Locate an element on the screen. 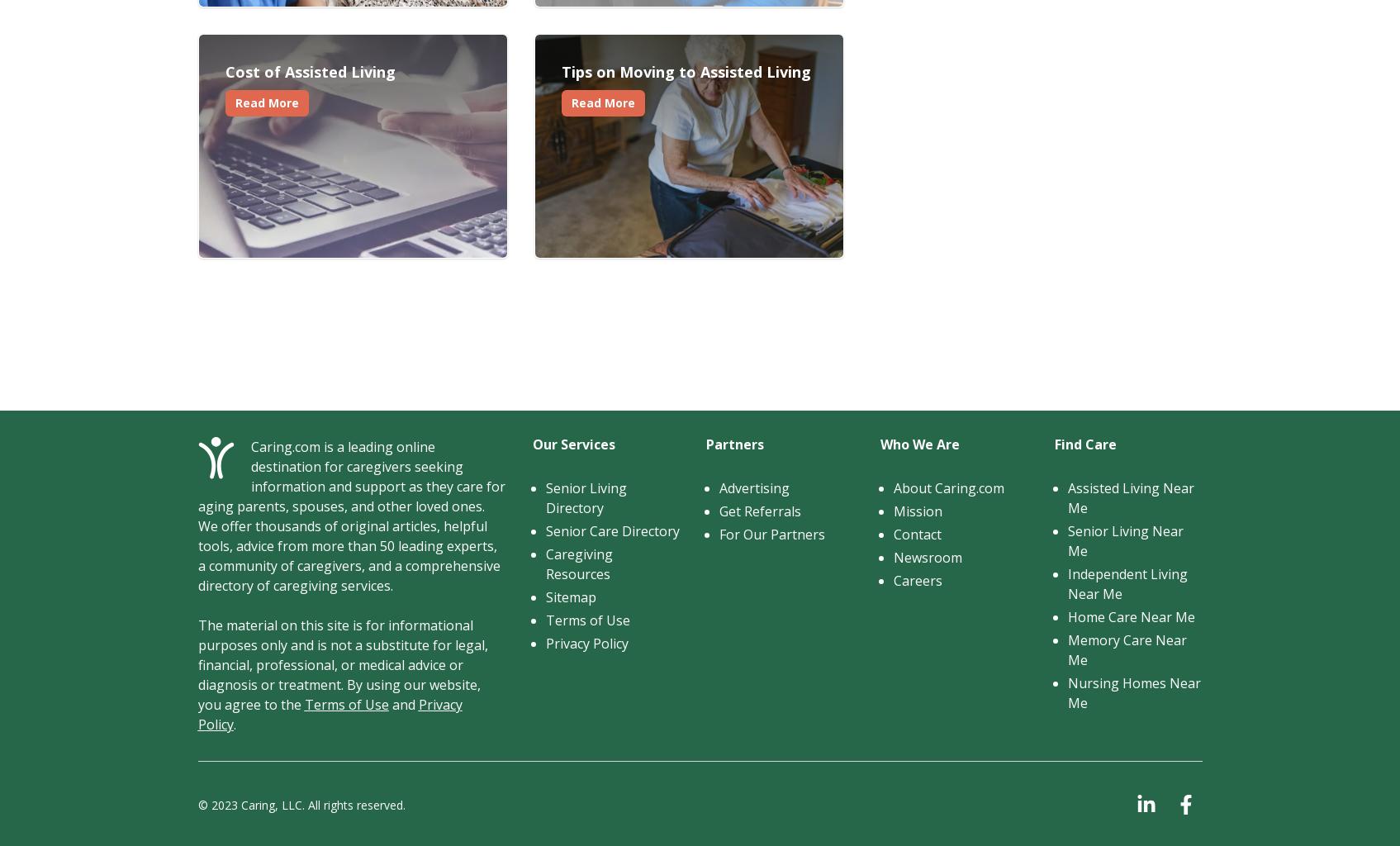 Image resolution: width=1400 pixels, height=846 pixels. 'Tips on Moving to Assisted Living' is located at coordinates (561, 72).